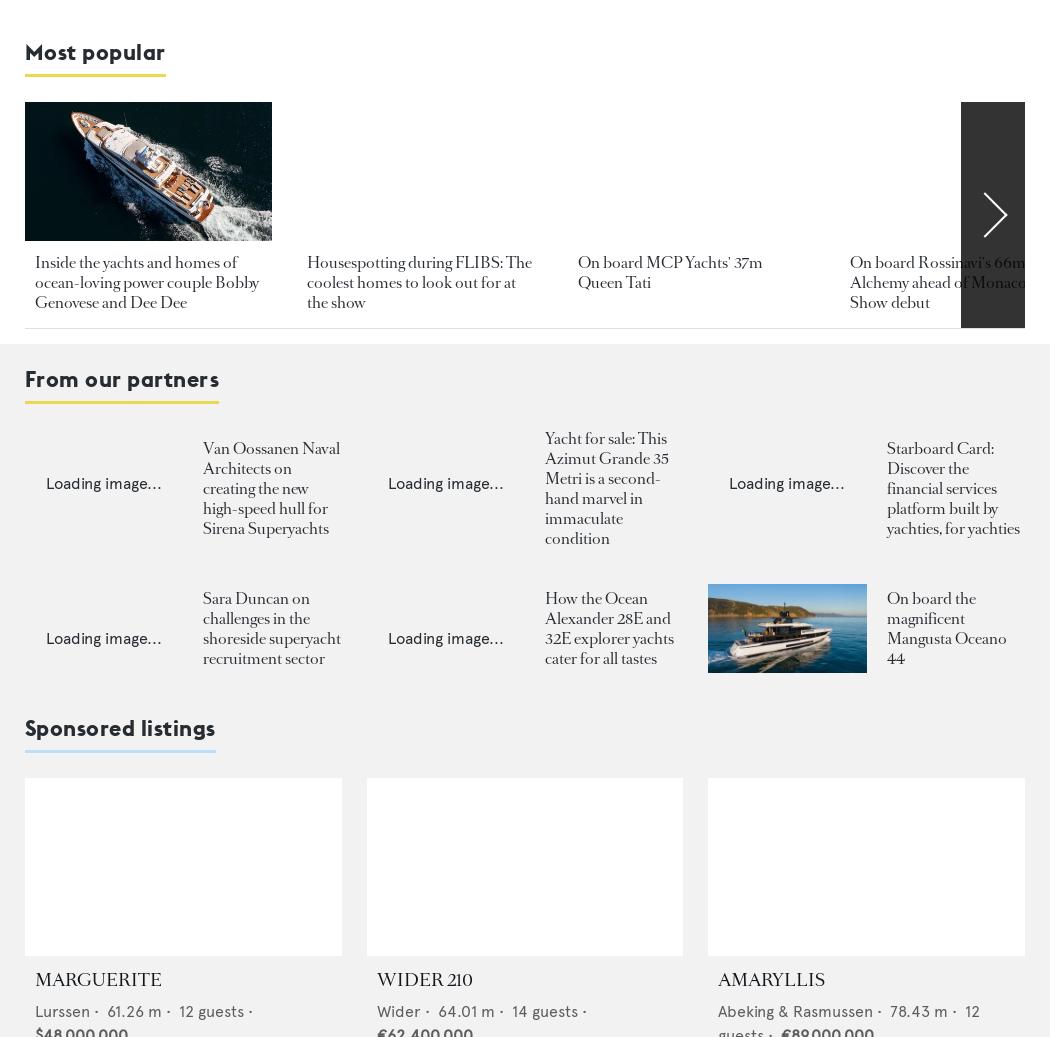 The width and height of the screenshot is (1050, 1037). Describe the element at coordinates (270, 486) in the screenshot. I see `'Van Oossanen Naval Architects on creating the new high-speed hull for Sirena Superyachts'` at that location.